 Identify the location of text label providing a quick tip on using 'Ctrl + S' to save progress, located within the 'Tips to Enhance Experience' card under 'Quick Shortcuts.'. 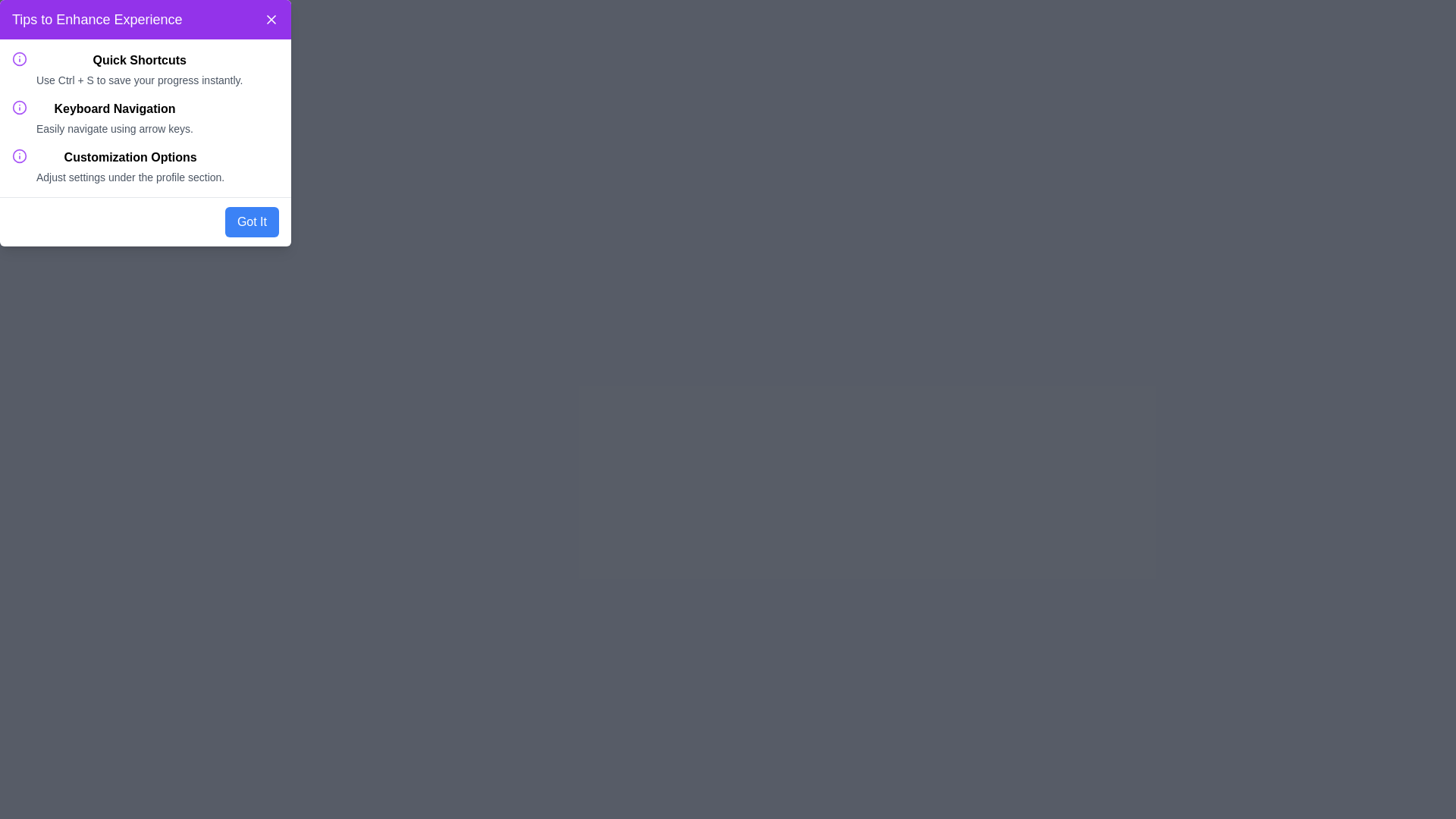
(140, 80).